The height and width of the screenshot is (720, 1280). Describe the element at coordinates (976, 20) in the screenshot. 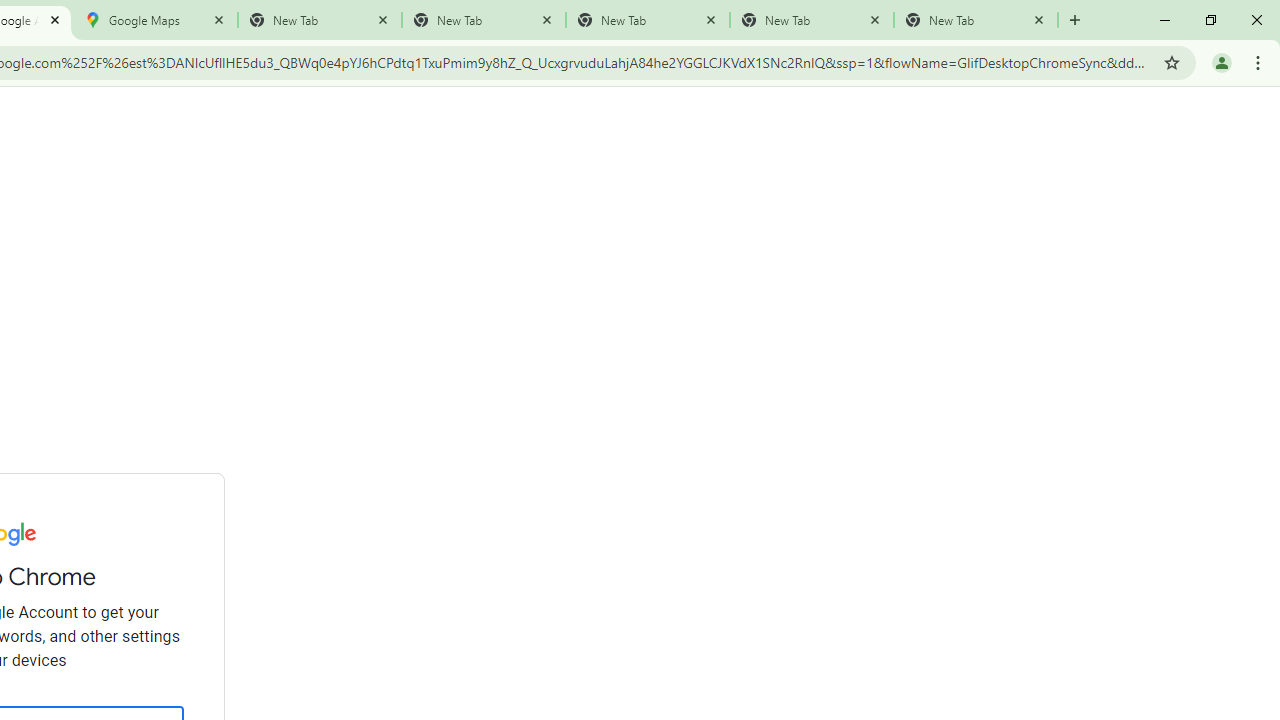

I see `'New Tab'` at that location.